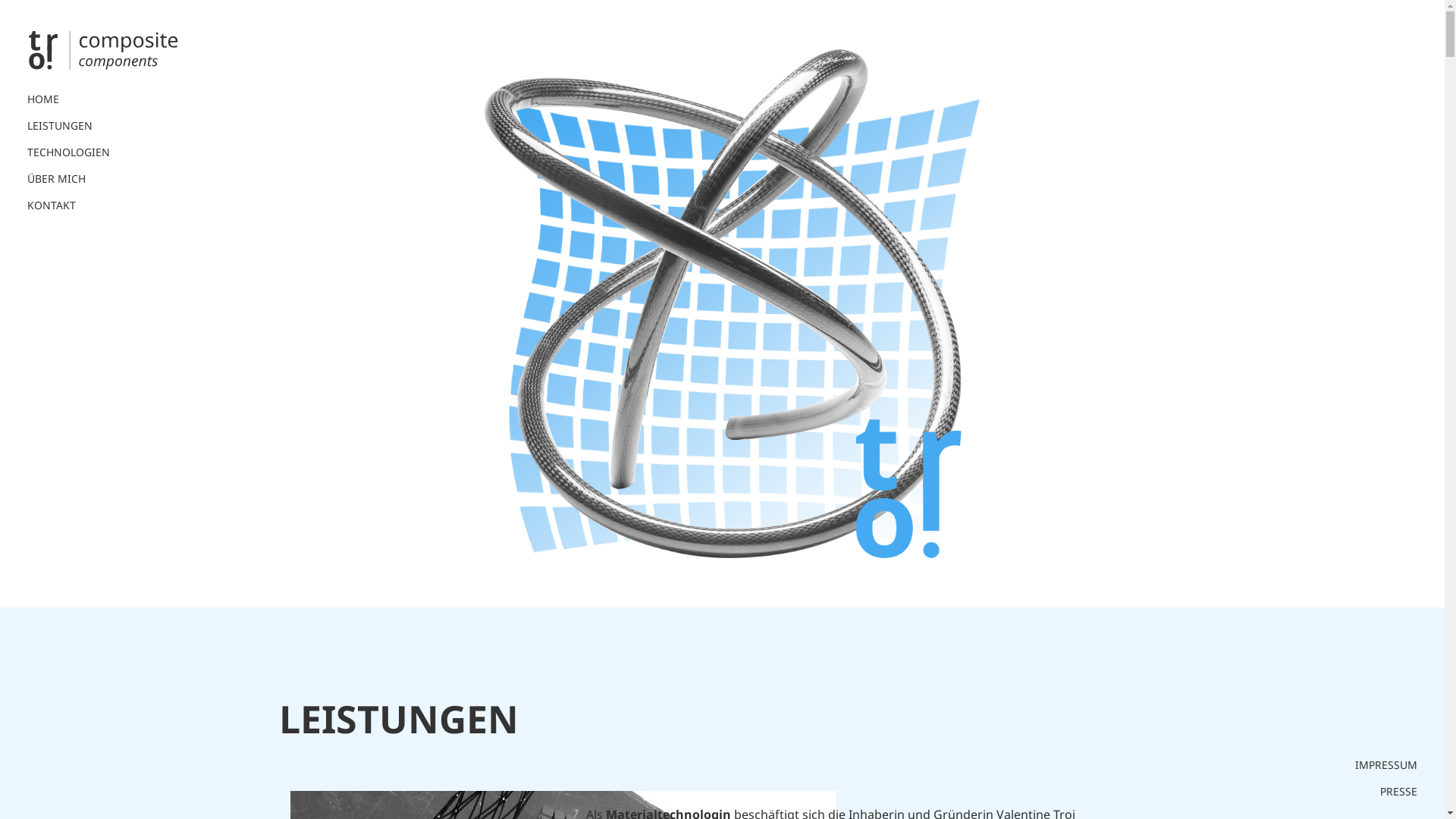 The image size is (1456, 819). What do you see at coordinates (75, 152) in the screenshot?
I see `'TECHNOLOGIEN'` at bounding box center [75, 152].